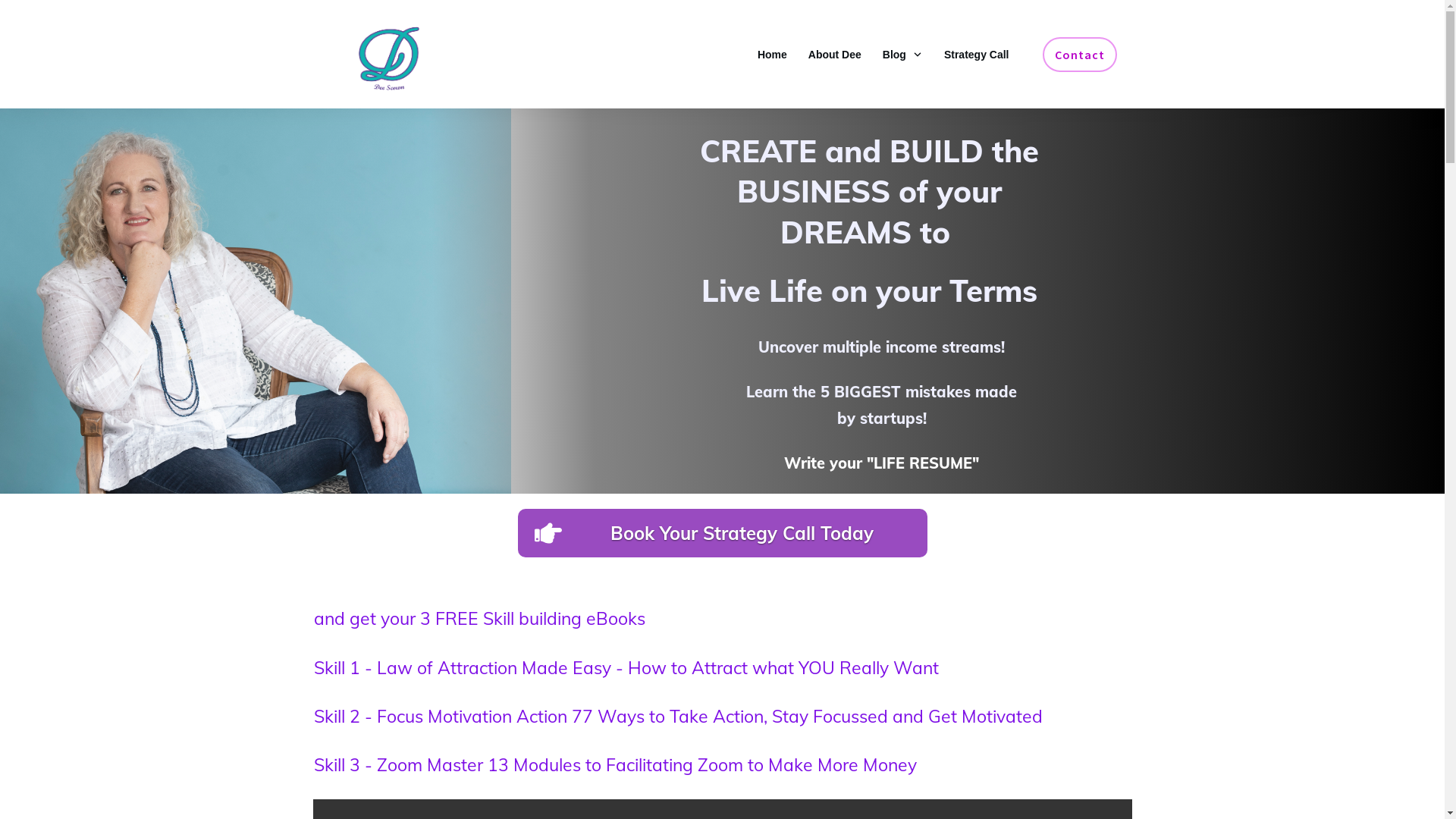  Describe the element at coordinates (772, 54) in the screenshot. I see `'Home'` at that location.